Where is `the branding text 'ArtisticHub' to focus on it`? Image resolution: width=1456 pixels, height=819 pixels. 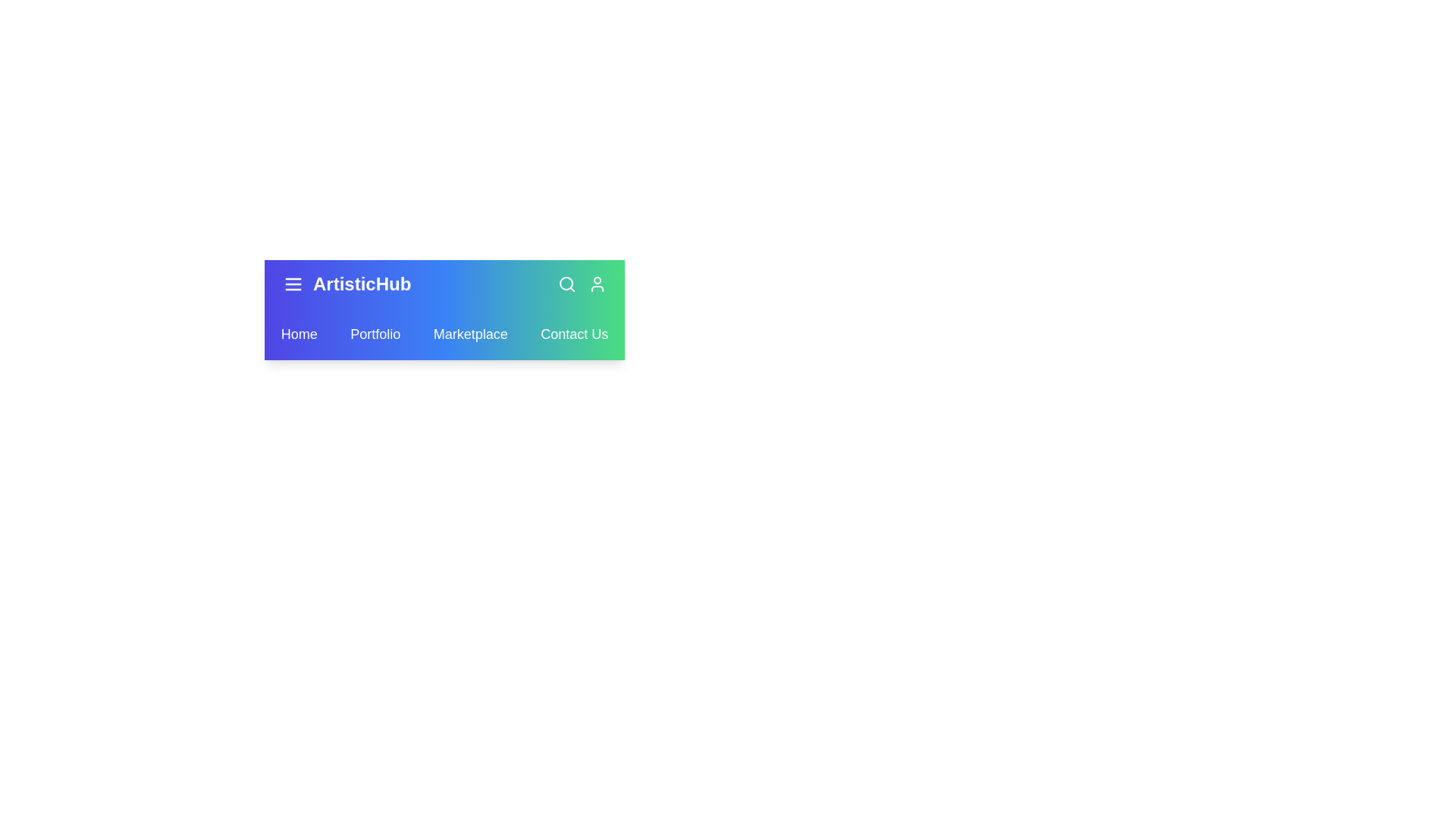 the branding text 'ArtisticHub' to focus on it is located at coordinates (360, 284).